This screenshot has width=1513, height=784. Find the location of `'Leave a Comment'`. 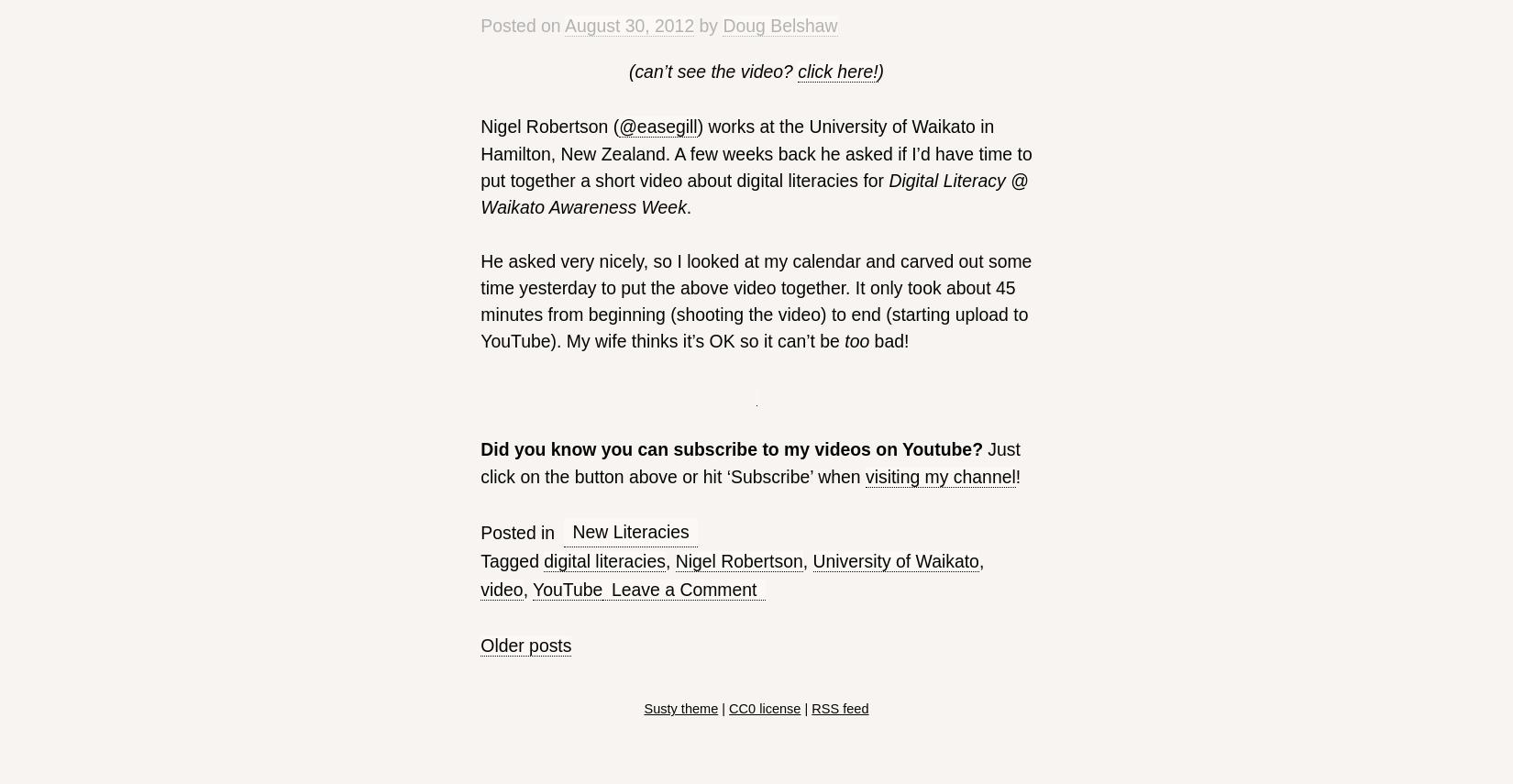

'Leave a Comment' is located at coordinates (682, 588).